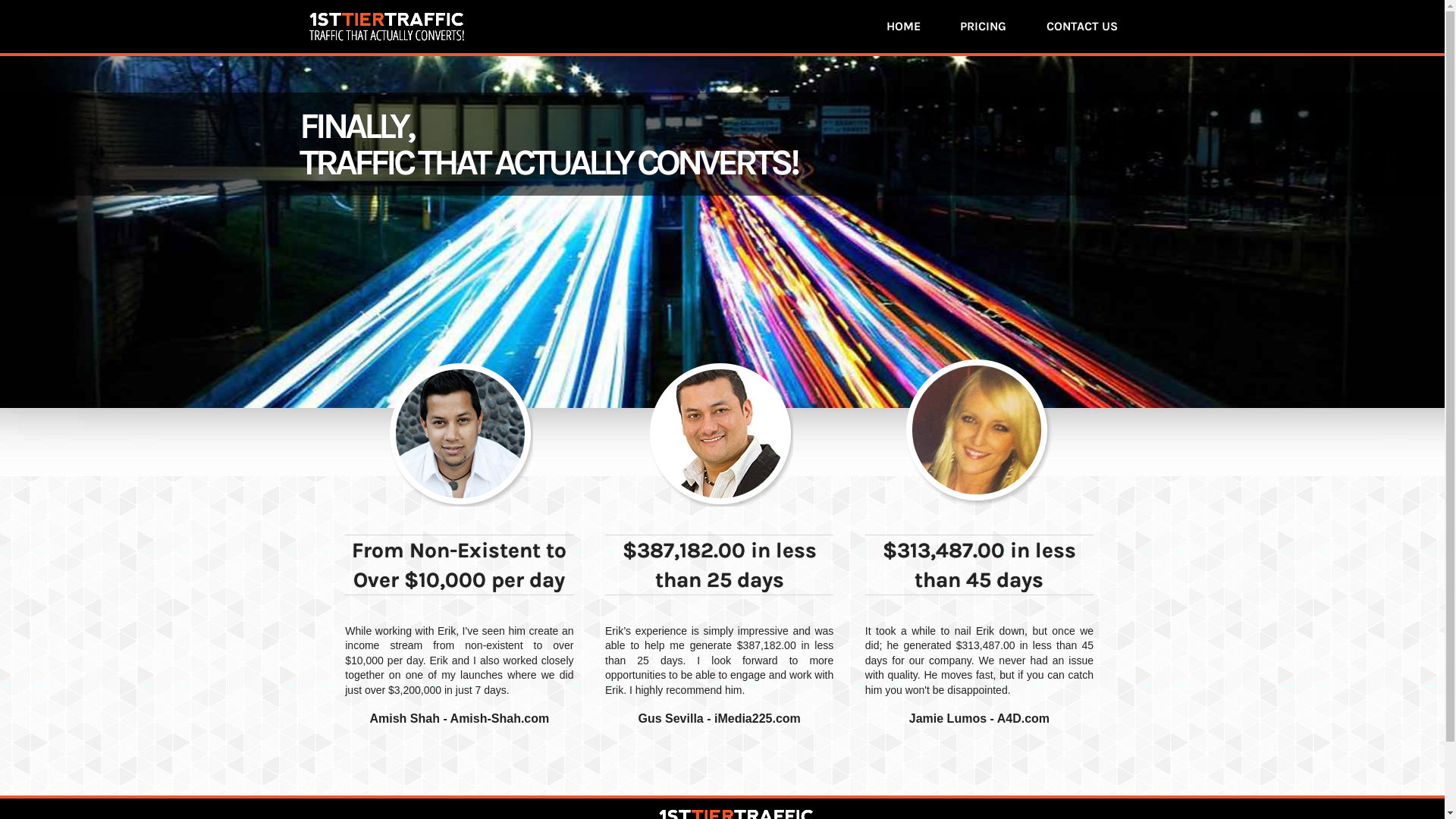 This screenshot has height=819, width=1456. I want to click on 'CONTACT US', so click(1081, 26).